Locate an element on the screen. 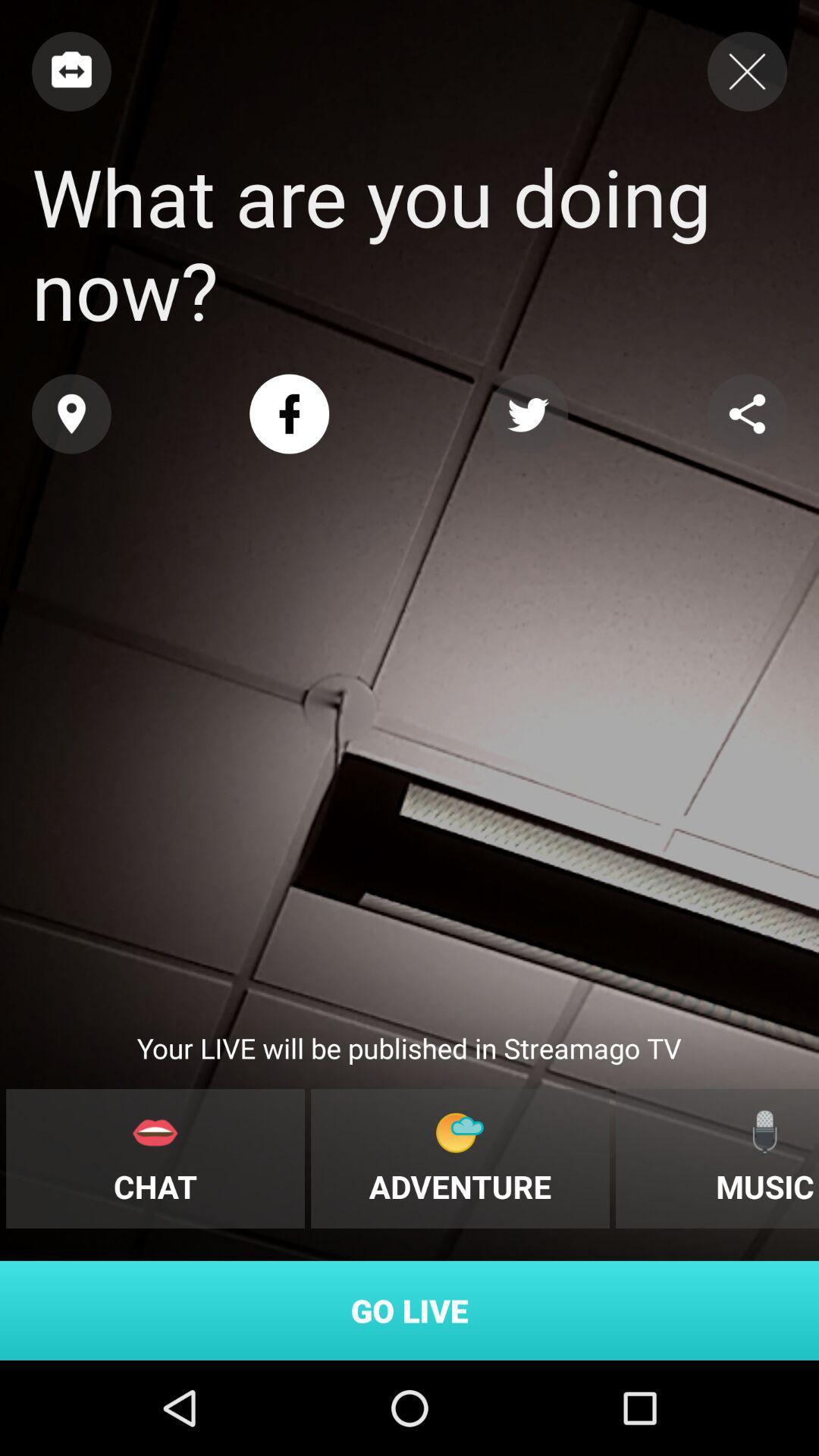 The height and width of the screenshot is (1456, 819). the location icon is located at coordinates (71, 414).